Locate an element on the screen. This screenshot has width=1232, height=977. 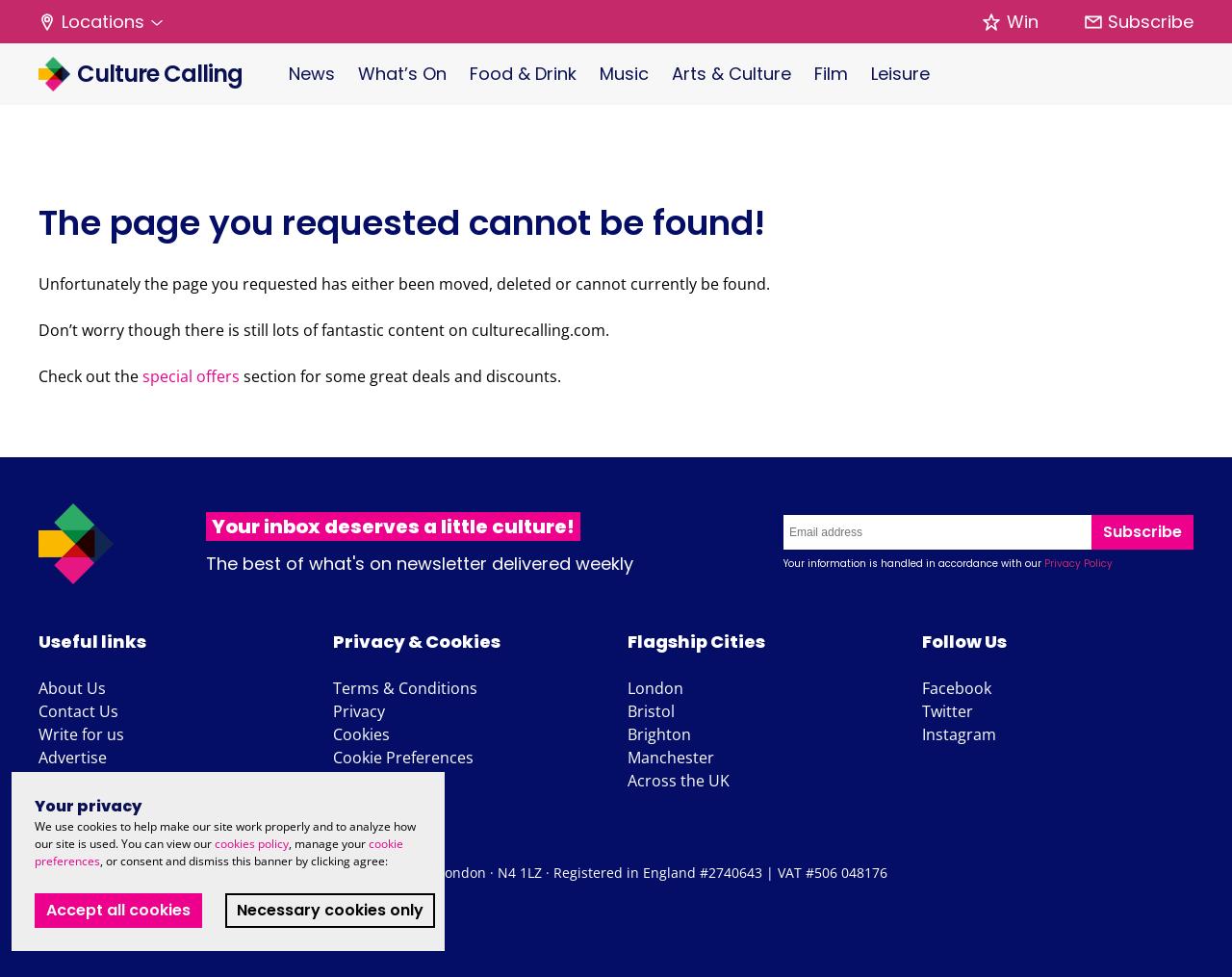
'Accept all cookies' is located at coordinates (117, 910).